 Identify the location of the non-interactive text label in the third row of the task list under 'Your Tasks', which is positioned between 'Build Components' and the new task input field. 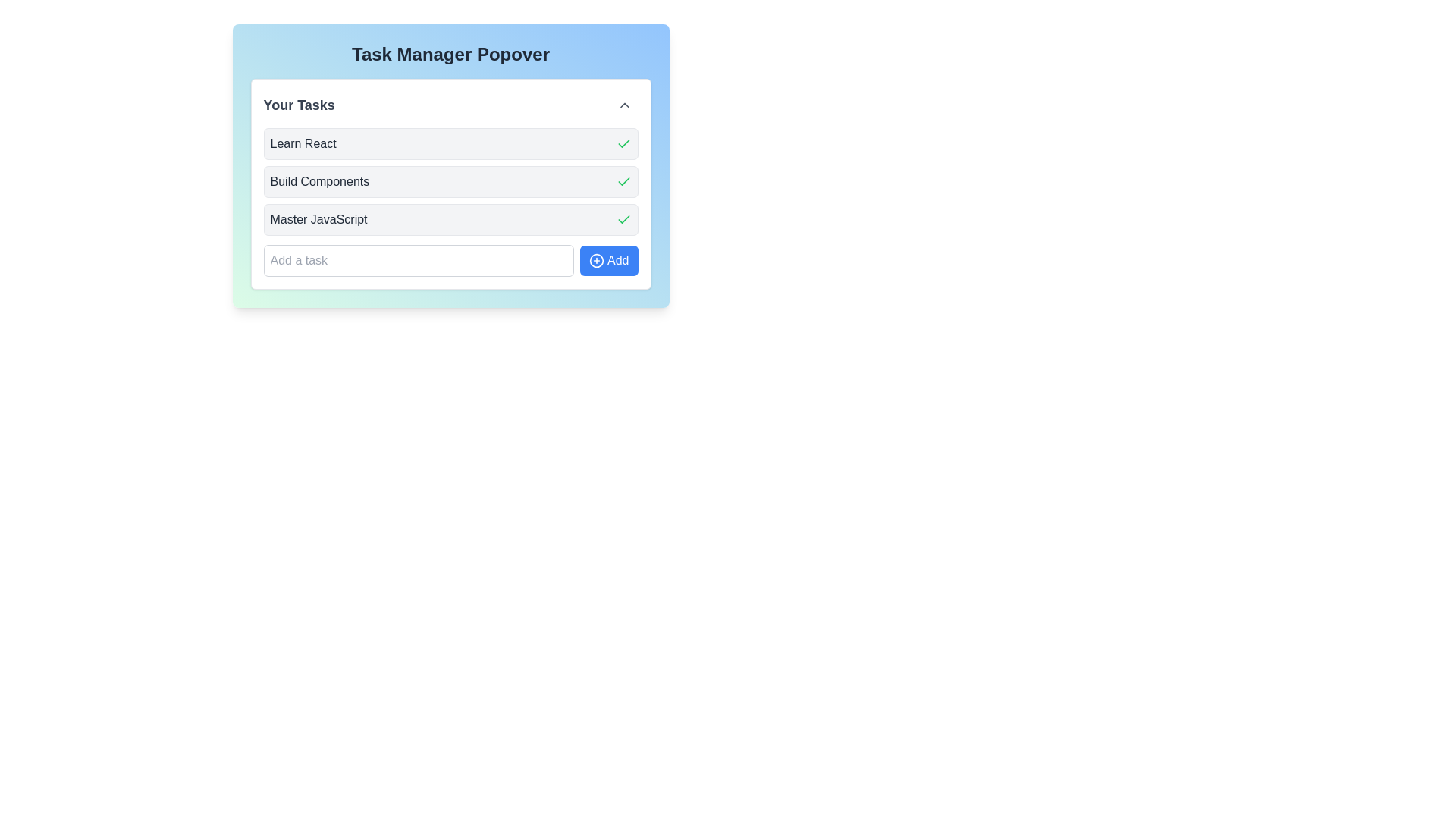
(318, 219).